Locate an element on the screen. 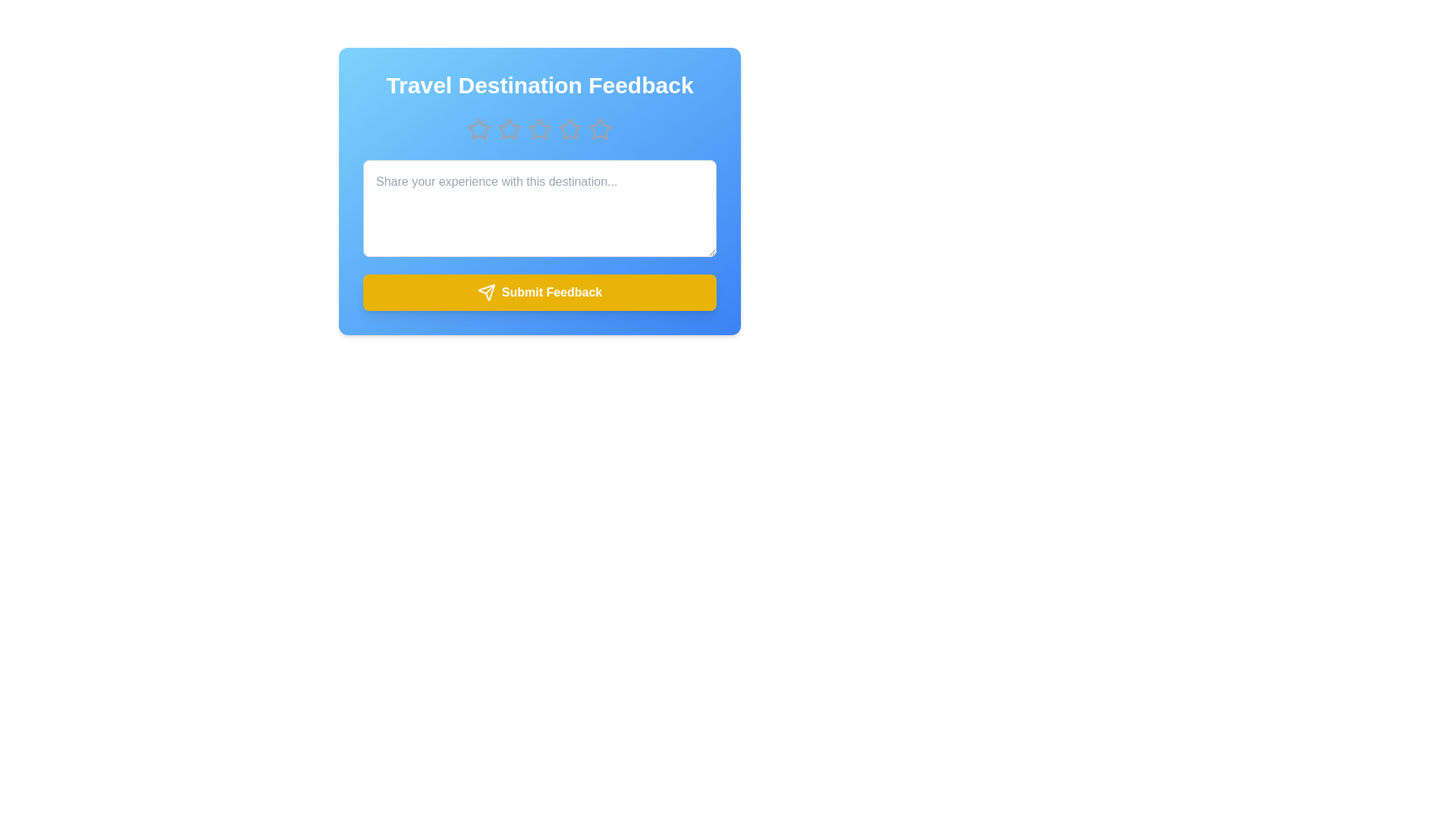 Image resolution: width=1456 pixels, height=819 pixels. the text area to focus and enable keyboard input is located at coordinates (539, 208).